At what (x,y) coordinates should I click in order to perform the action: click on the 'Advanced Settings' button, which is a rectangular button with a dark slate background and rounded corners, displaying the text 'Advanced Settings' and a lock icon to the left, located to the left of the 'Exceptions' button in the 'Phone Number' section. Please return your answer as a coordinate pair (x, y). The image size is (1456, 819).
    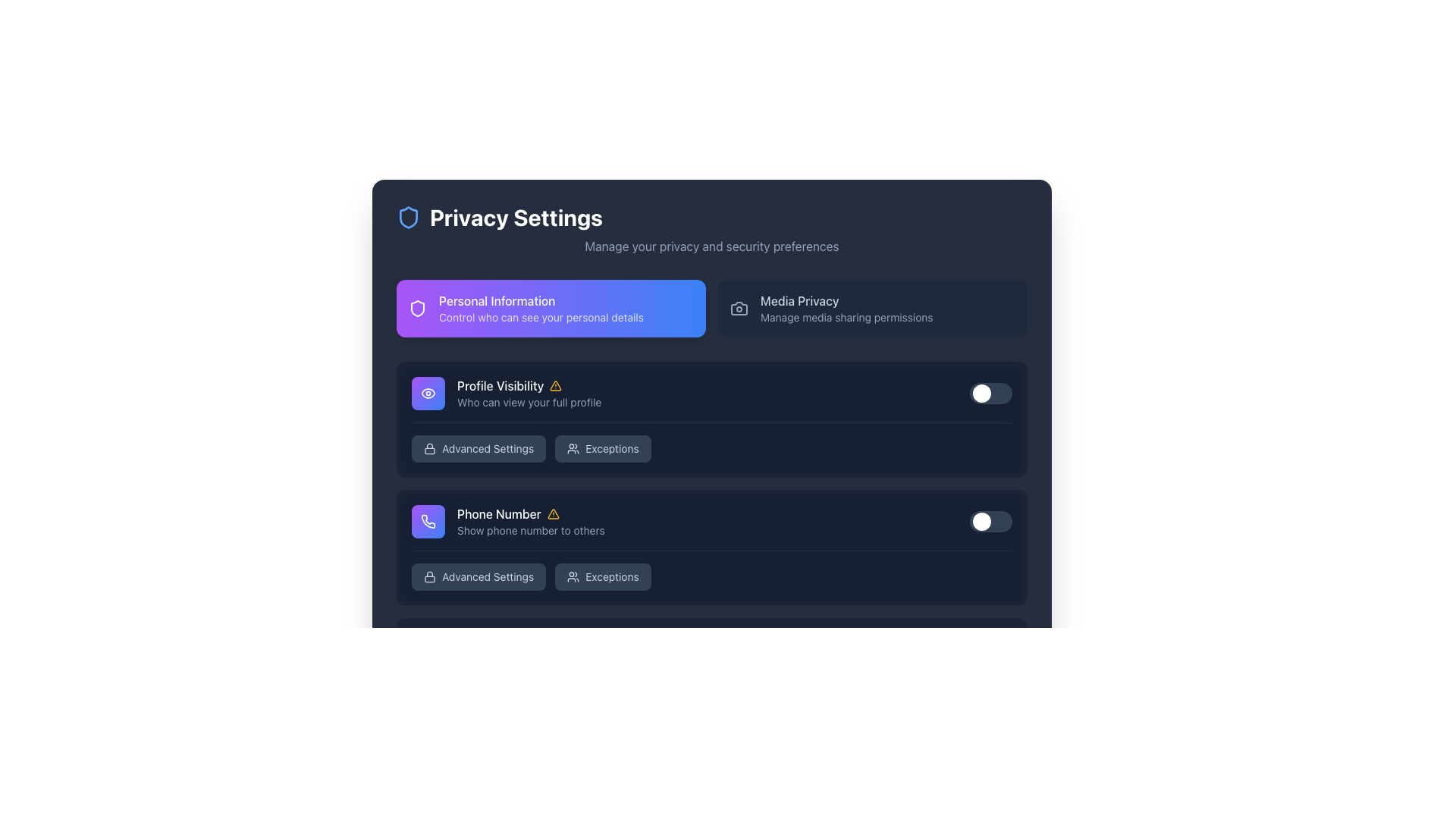
    Looking at the image, I should click on (478, 576).